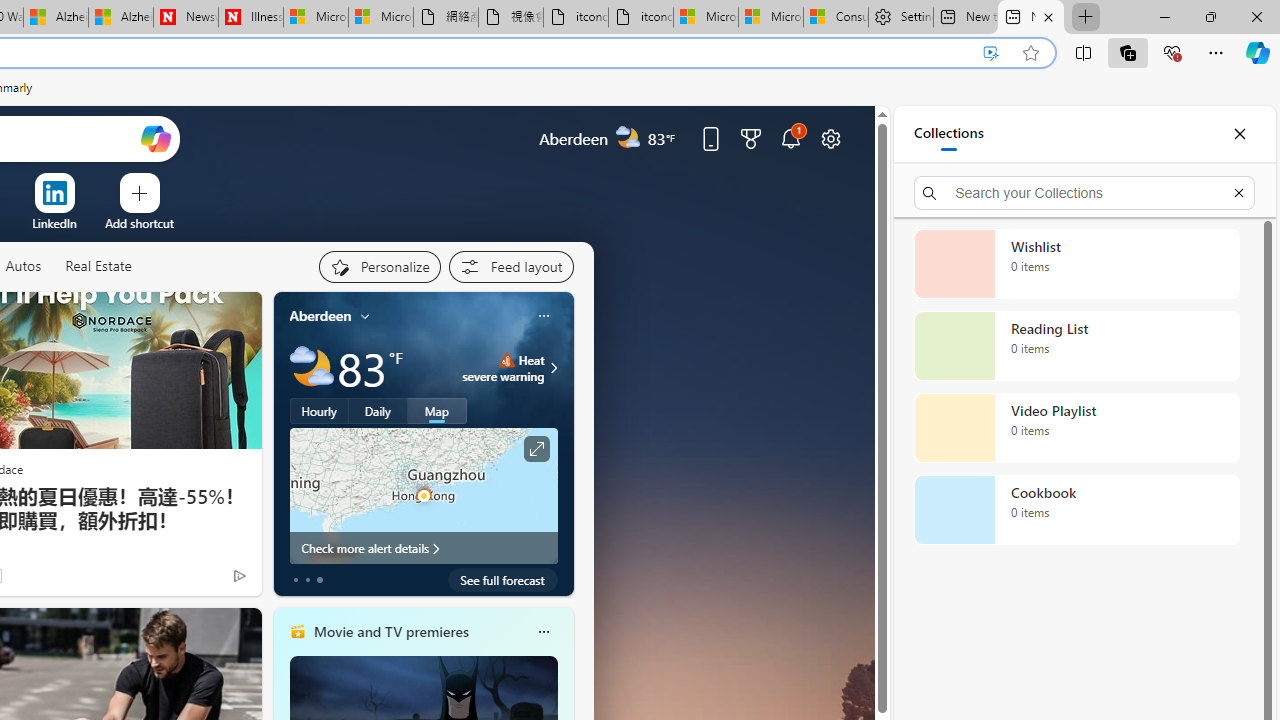  I want to click on 'Daily', so click(378, 410).